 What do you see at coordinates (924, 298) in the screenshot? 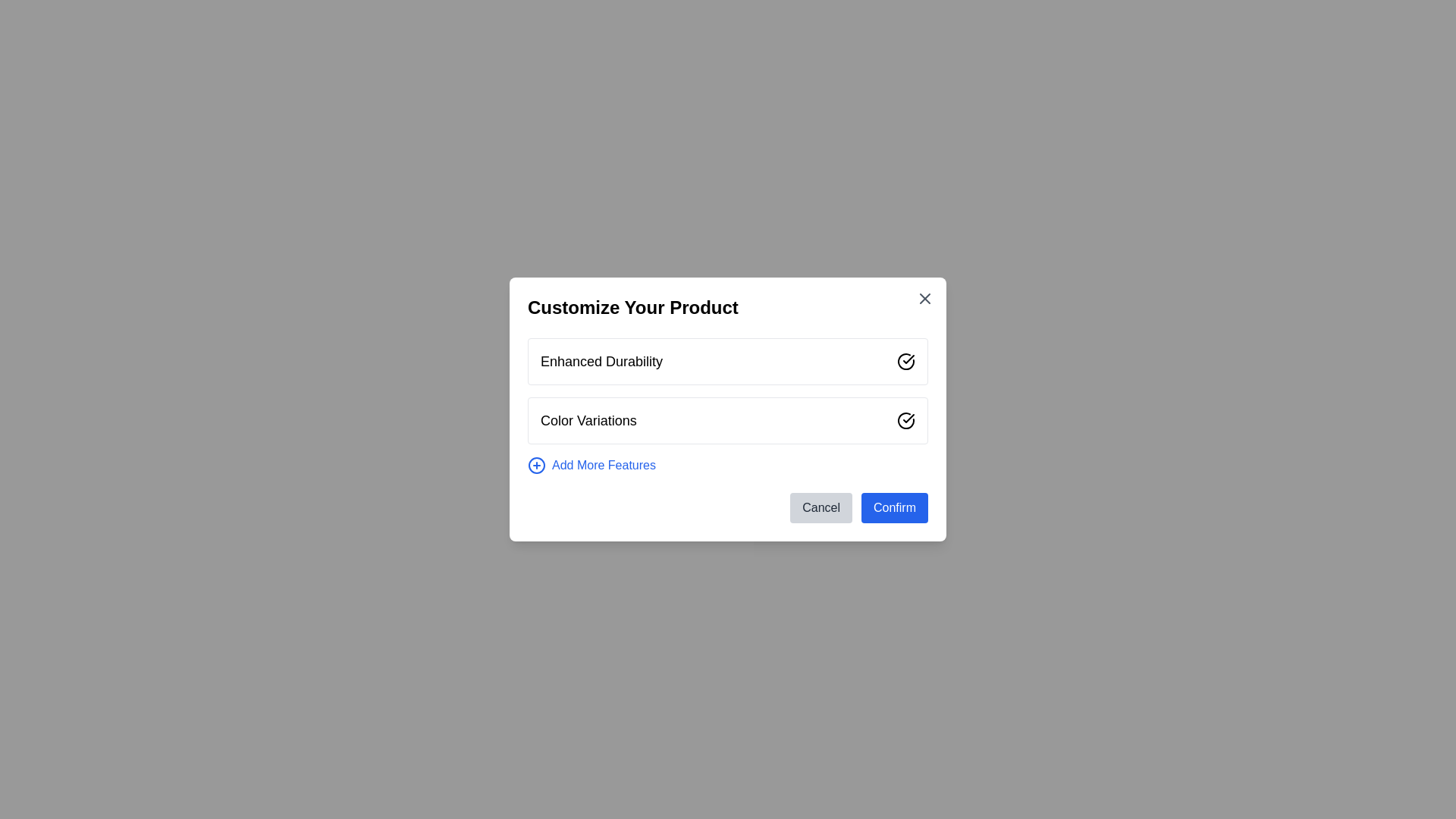
I see `the close button located in the top-right corner of the modal dialog titled 'Customize Your Product'` at bounding box center [924, 298].